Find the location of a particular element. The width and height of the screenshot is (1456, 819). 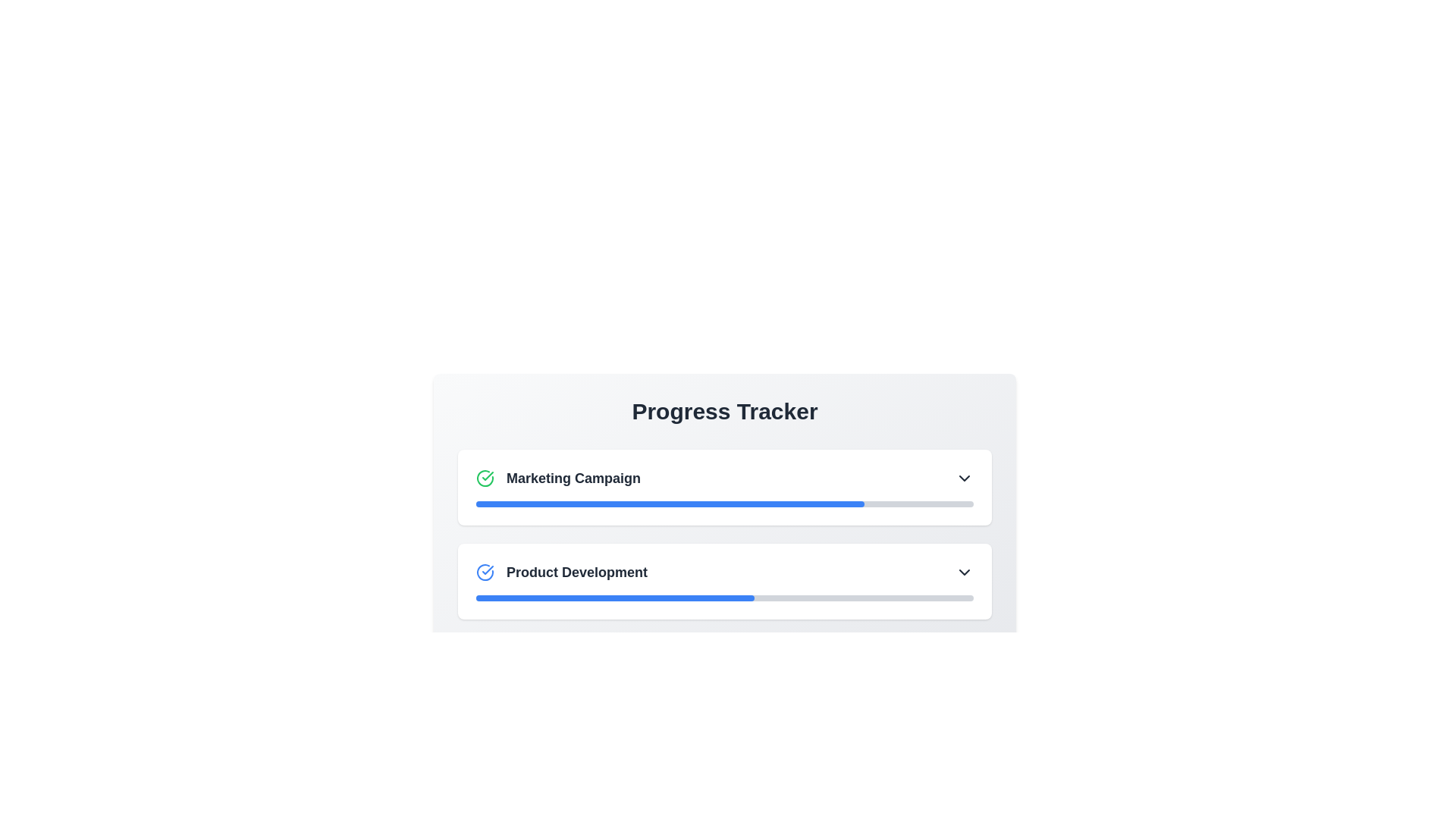

the completion icon for 'Marketing Campaign' located to the left of the associated text in the progress tracker interface is located at coordinates (484, 479).